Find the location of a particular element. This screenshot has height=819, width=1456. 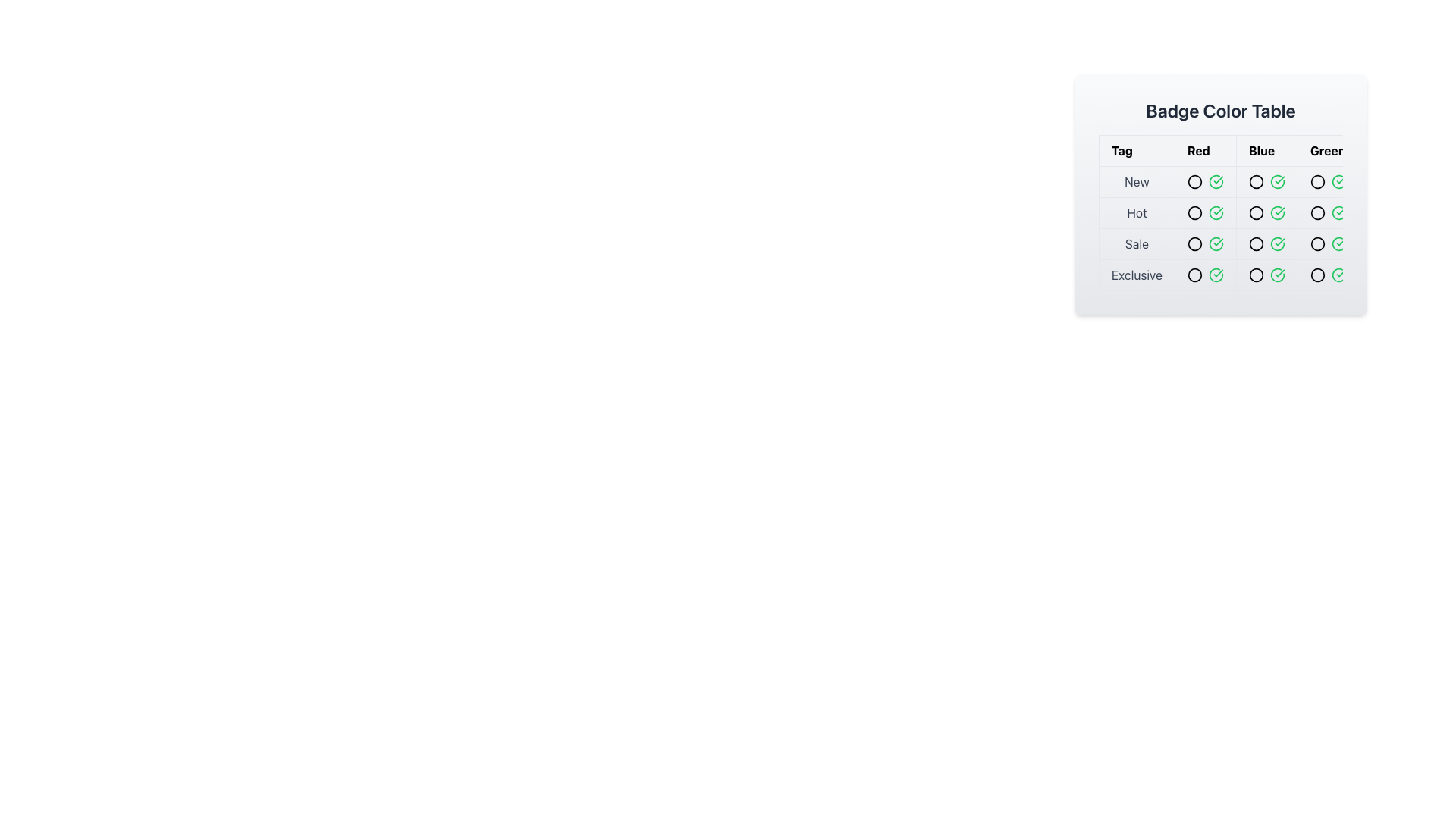

the circular red icon in the 'Badge Color Table' under the 'Sale' row and 'Blue' column is located at coordinates (1256, 243).